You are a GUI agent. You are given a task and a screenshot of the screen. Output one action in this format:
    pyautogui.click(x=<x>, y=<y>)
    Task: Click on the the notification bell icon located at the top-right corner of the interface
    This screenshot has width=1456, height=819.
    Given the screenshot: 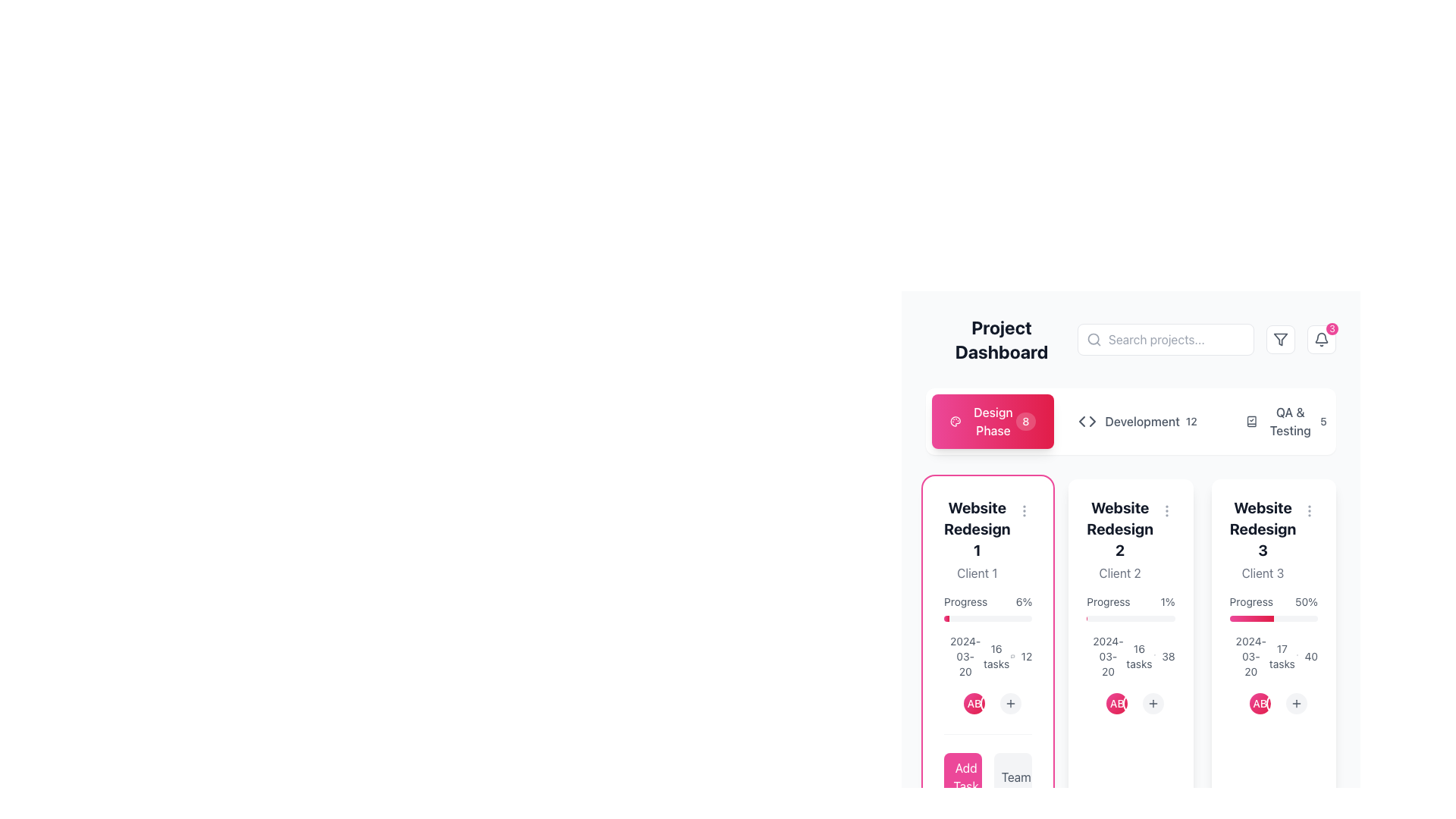 What is the action you would take?
    pyautogui.click(x=1320, y=338)
    